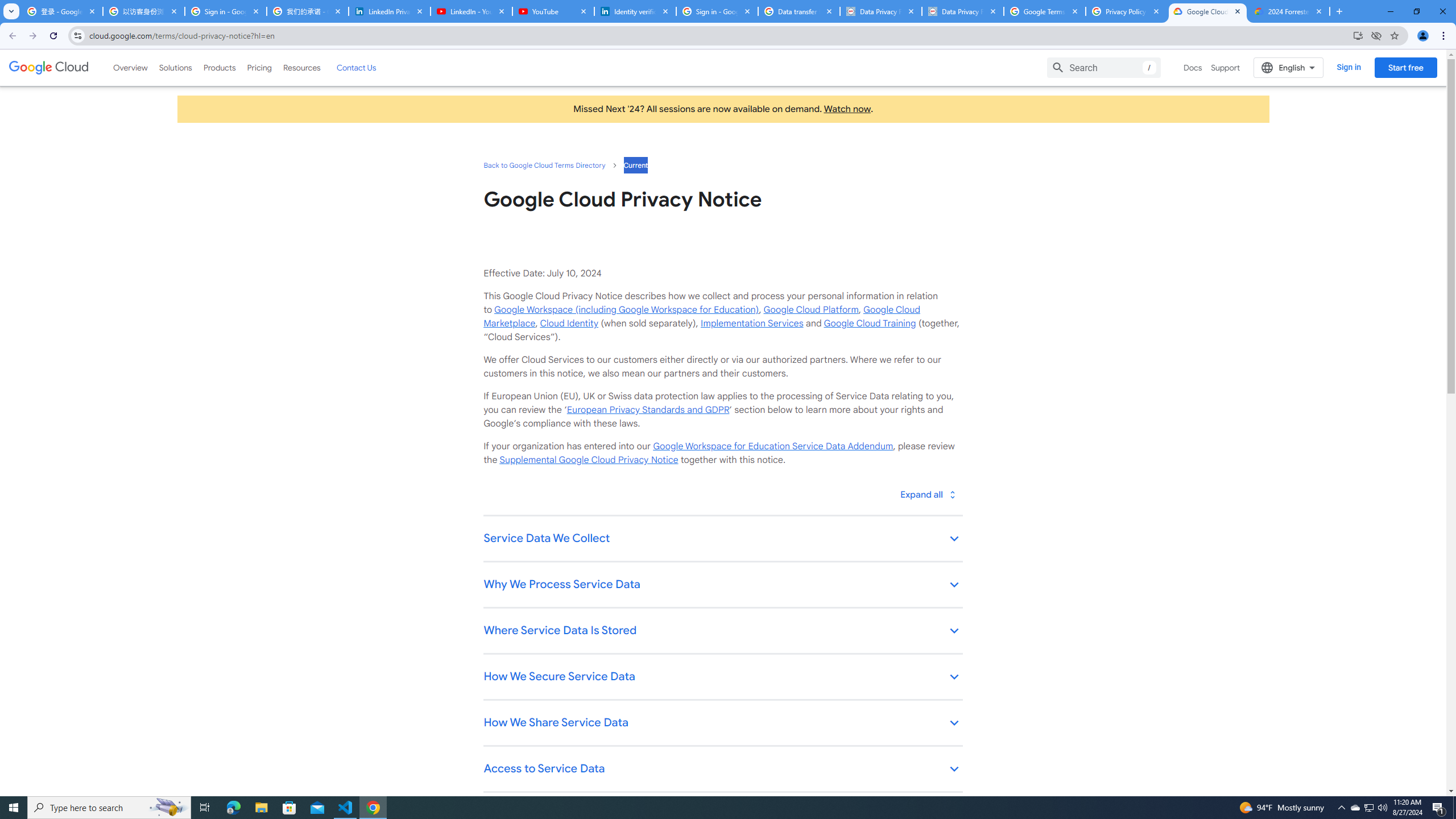 Image resolution: width=1456 pixels, height=819 pixels. I want to click on 'Google Workspace (including Google Workspace for Education)', so click(626, 309).